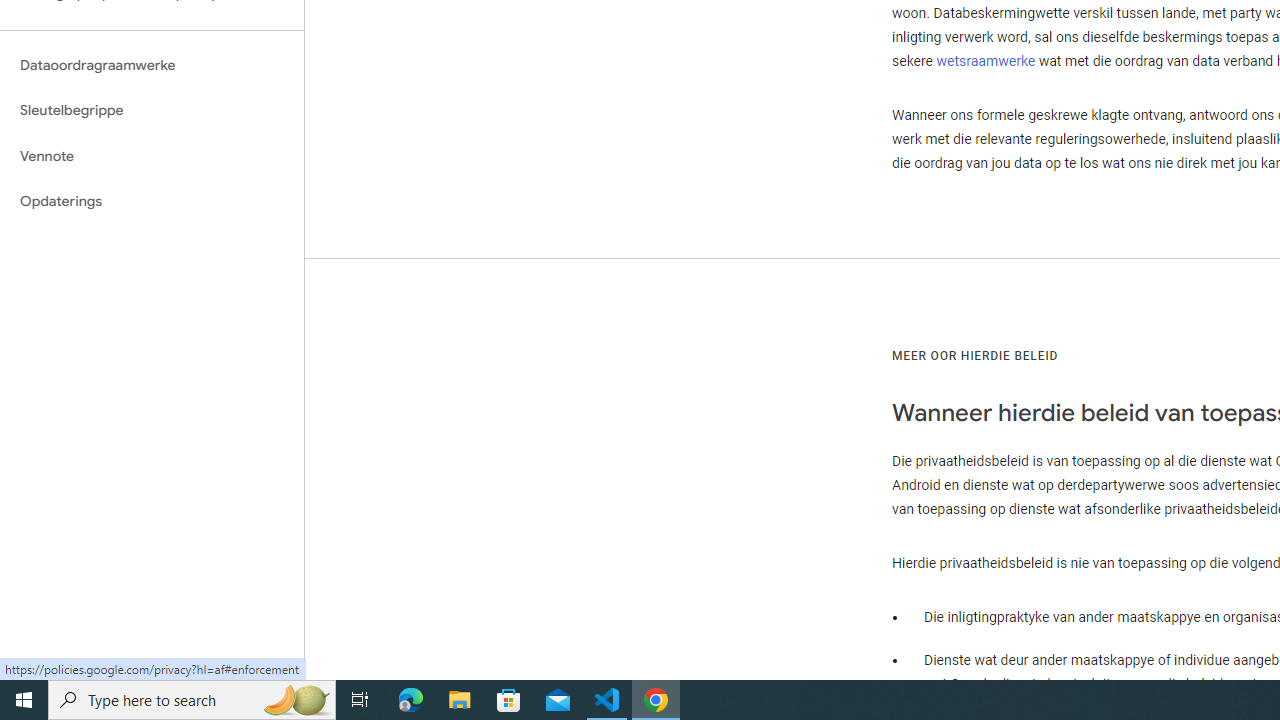  What do you see at coordinates (151, 64) in the screenshot?
I see `'Dataoordragraamwerke'` at bounding box center [151, 64].